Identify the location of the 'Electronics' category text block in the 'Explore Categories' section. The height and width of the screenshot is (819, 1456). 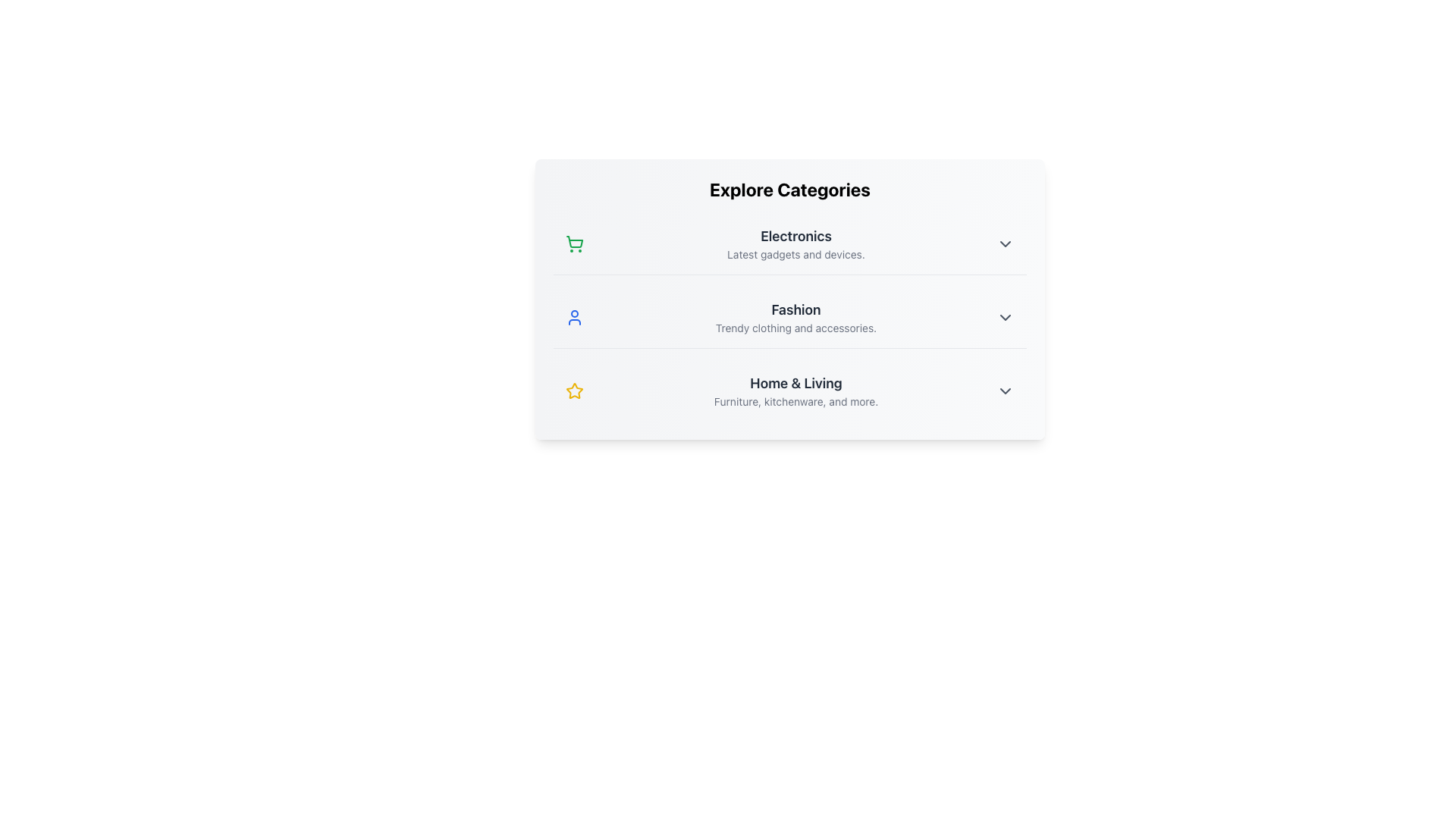
(795, 243).